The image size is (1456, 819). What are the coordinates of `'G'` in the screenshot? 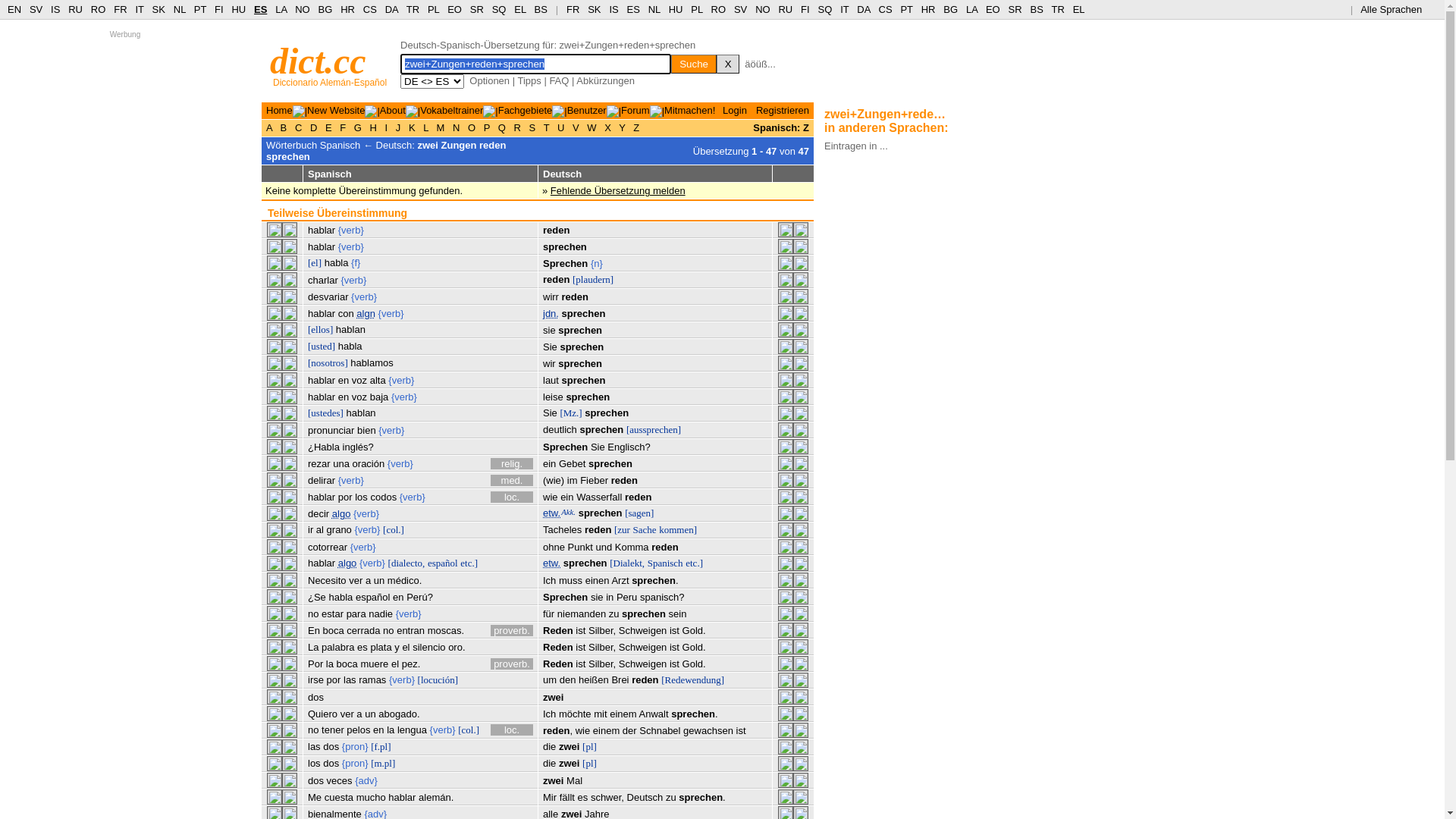 It's located at (356, 127).